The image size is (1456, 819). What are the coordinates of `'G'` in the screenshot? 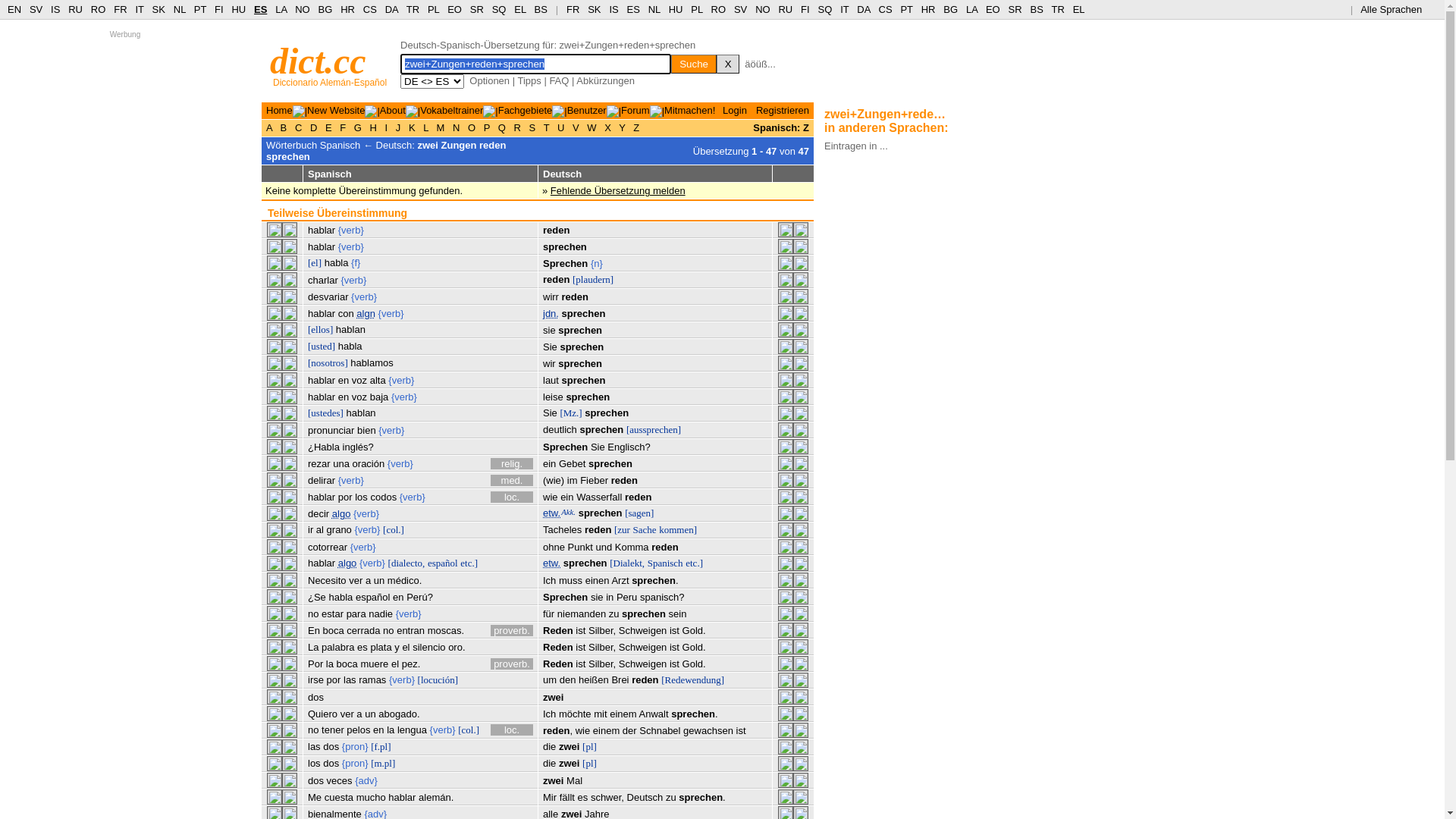 It's located at (356, 127).